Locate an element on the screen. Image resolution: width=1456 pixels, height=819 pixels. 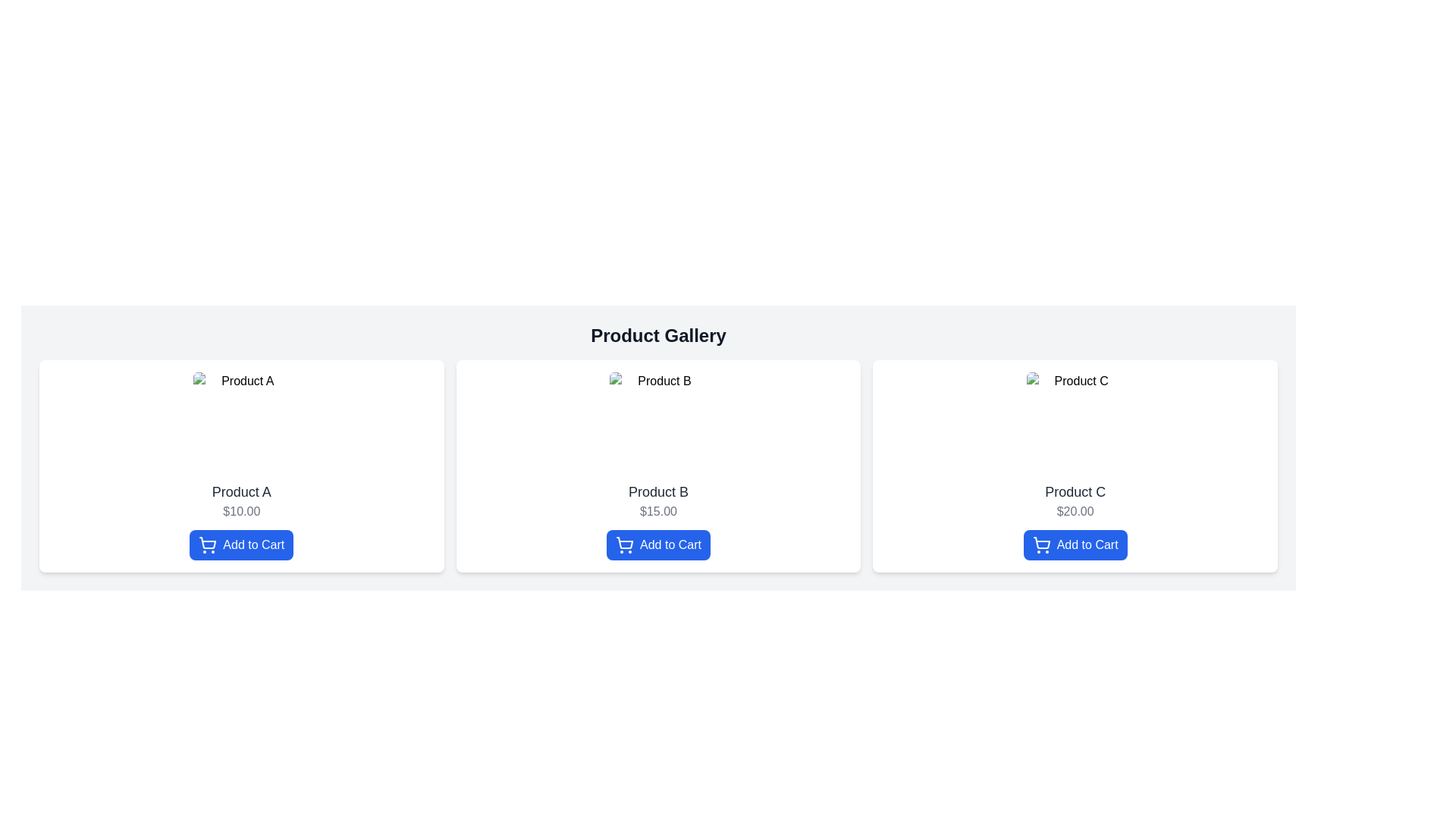
the price label displaying '$10.00', which is located beneath the title 'Product A' and above the 'Add to Cart' button is located at coordinates (240, 512).